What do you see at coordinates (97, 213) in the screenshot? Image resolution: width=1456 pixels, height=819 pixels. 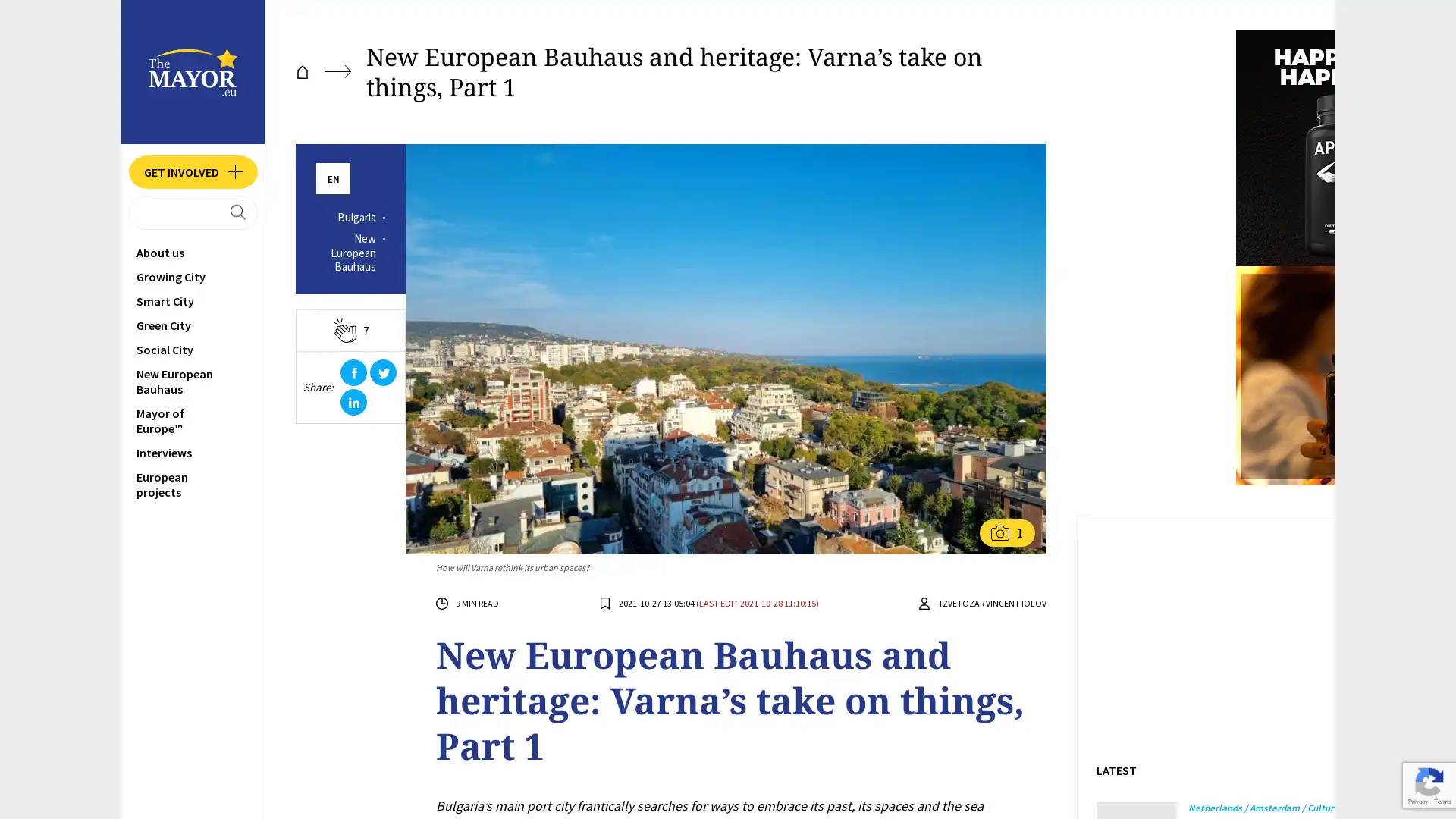 I see `MENU SEARCH SUBMIT` at bounding box center [97, 213].